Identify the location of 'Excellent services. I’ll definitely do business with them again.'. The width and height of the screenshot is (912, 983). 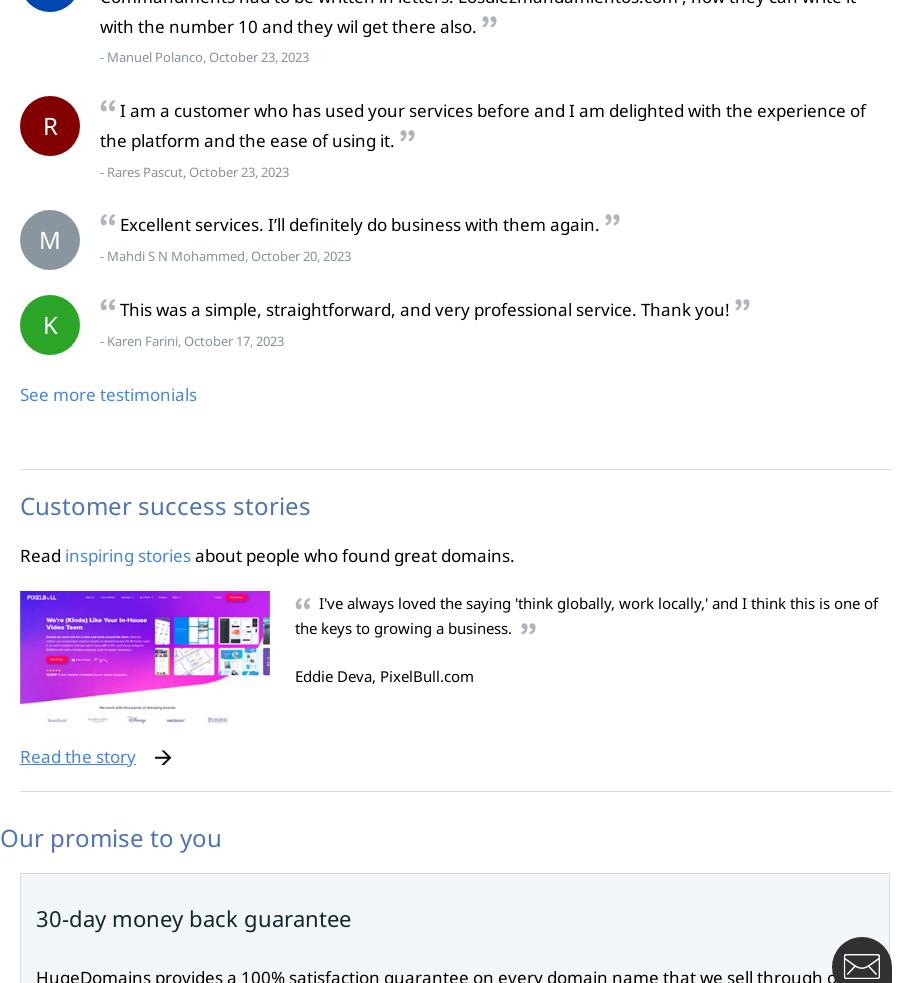
(358, 224).